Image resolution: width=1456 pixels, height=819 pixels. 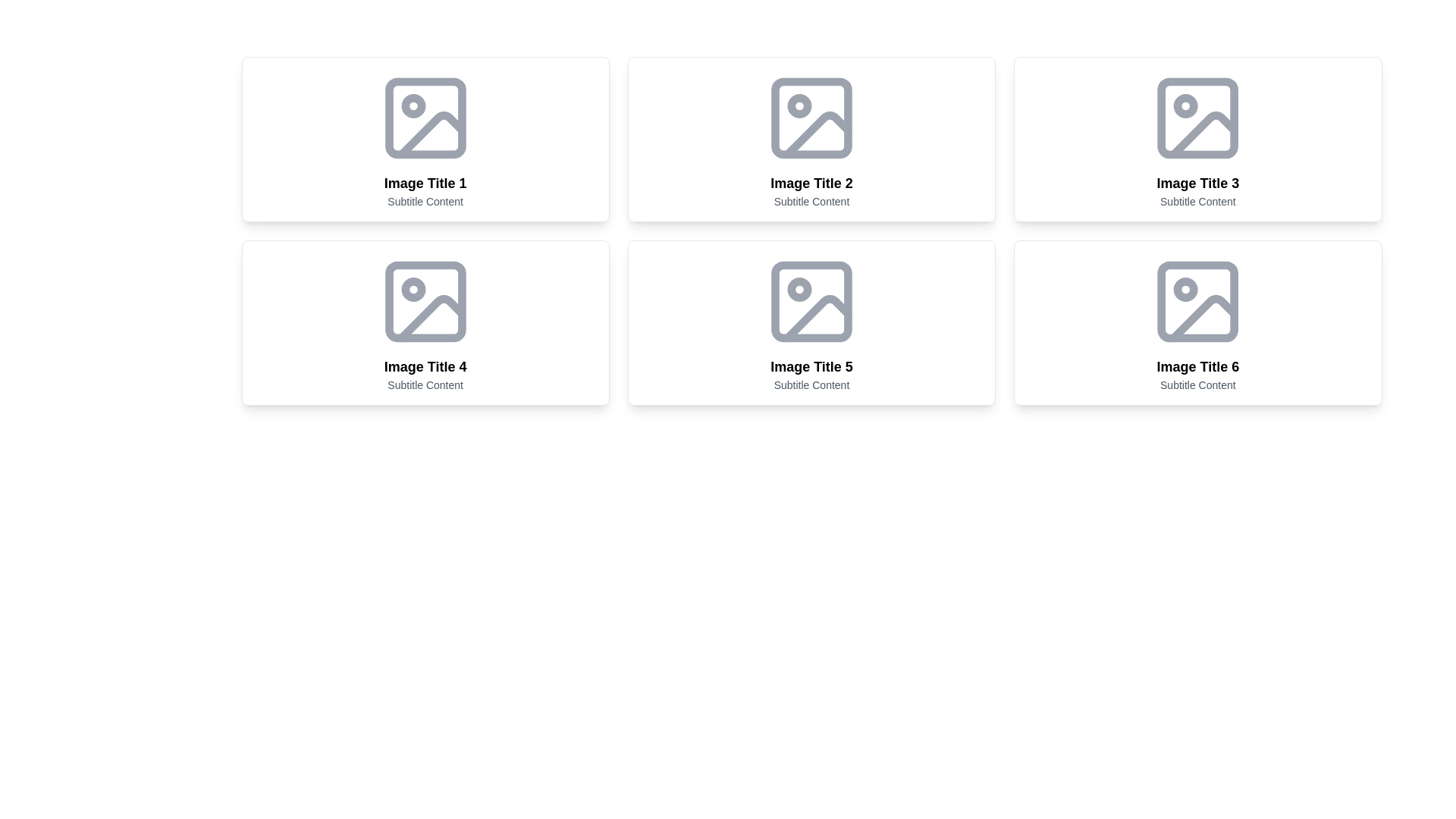 What do you see at coordinates (425, 201) in the screenshot?
I see `the text label displaying 'Subtitle Content', which is styled in a smaller gray font and positioned under the title 'Image Title 1' in the first card of the grid layout` at bounding box center [425, 201].